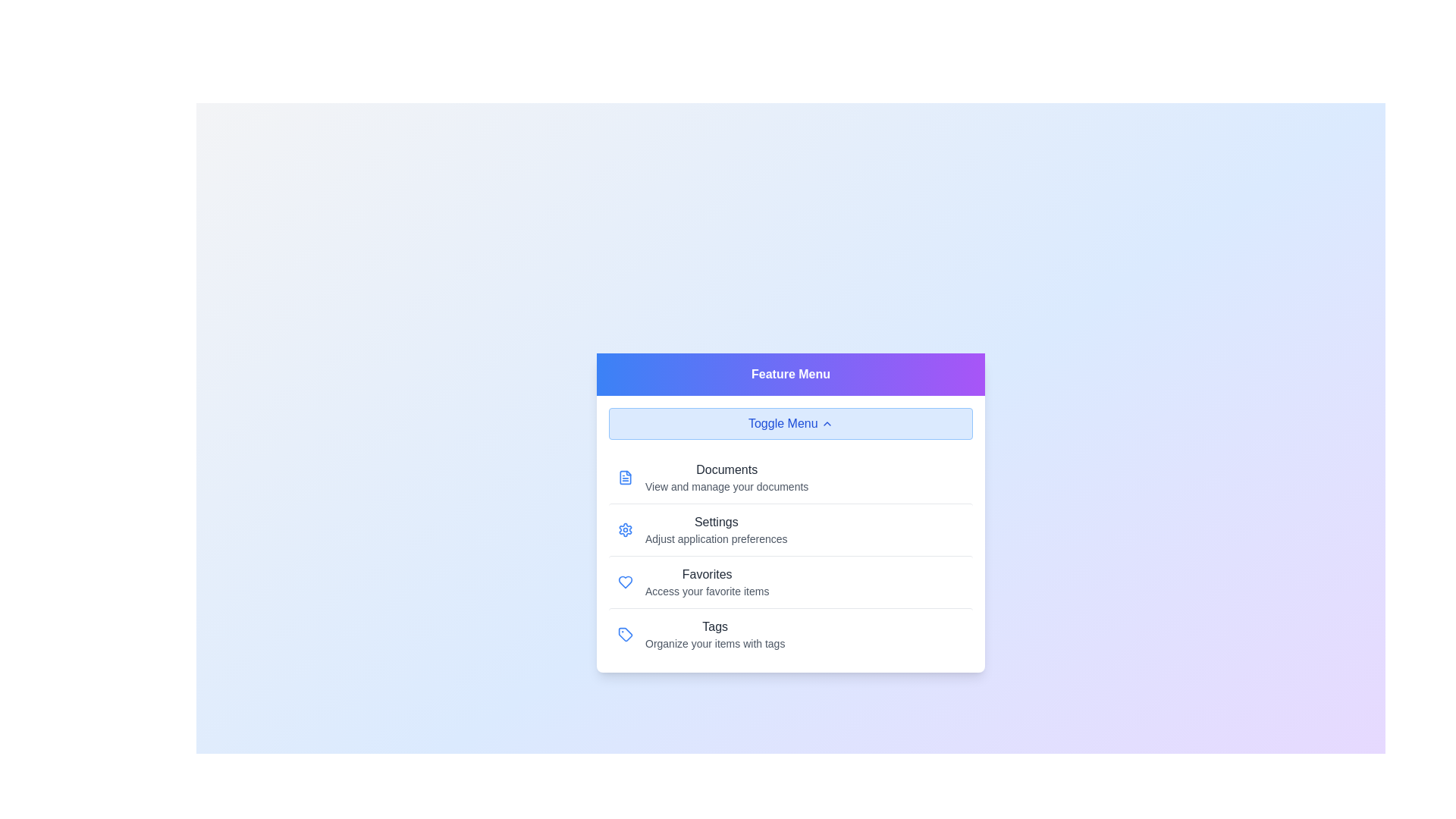 The height and width of the screenshot is (819, 1456). I want to click on the 'Toggle Menu' button to toggle the menu visibility, so click(789, 423).